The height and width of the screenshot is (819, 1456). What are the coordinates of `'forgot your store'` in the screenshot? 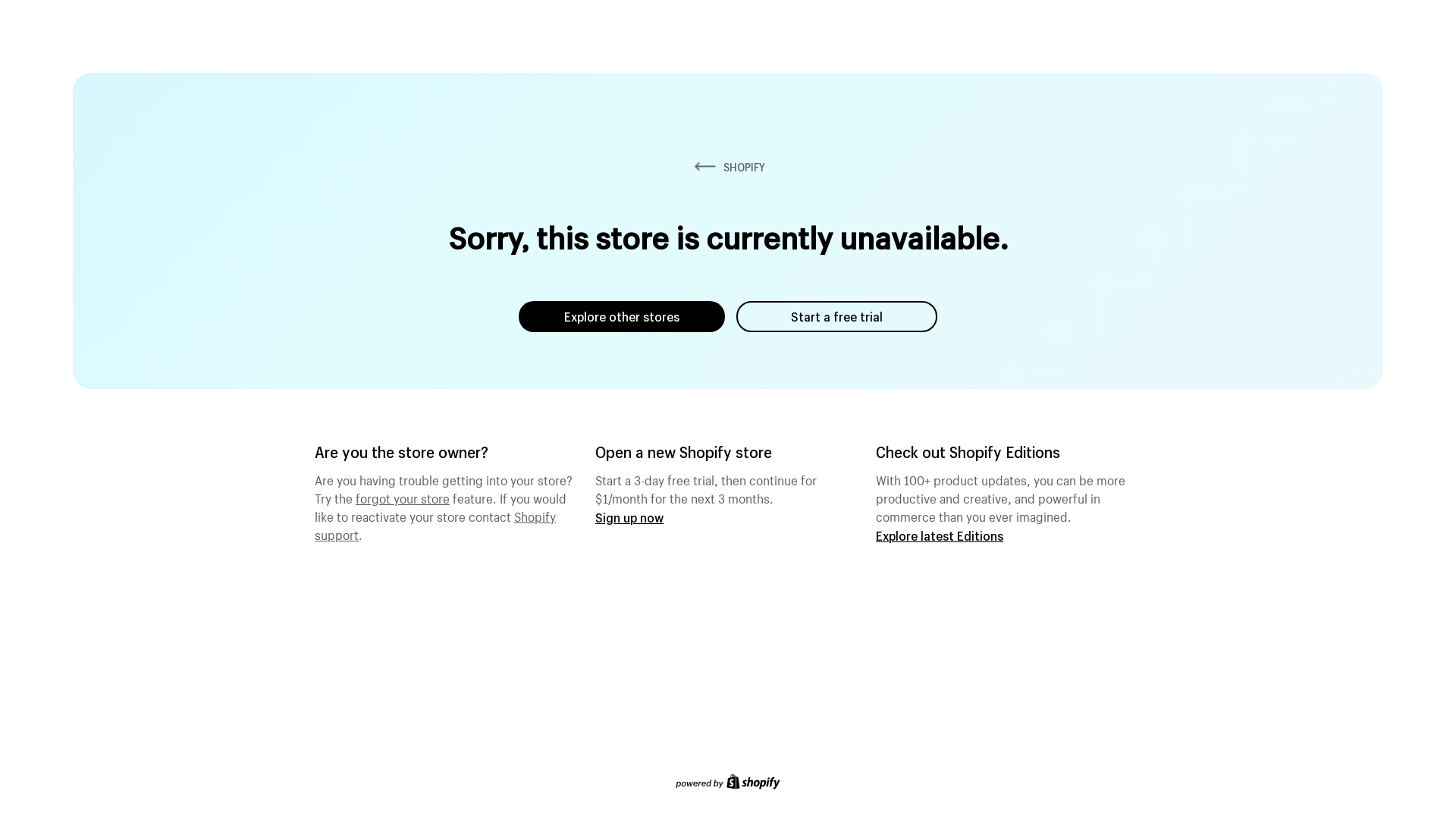 It's located at (355, 497).